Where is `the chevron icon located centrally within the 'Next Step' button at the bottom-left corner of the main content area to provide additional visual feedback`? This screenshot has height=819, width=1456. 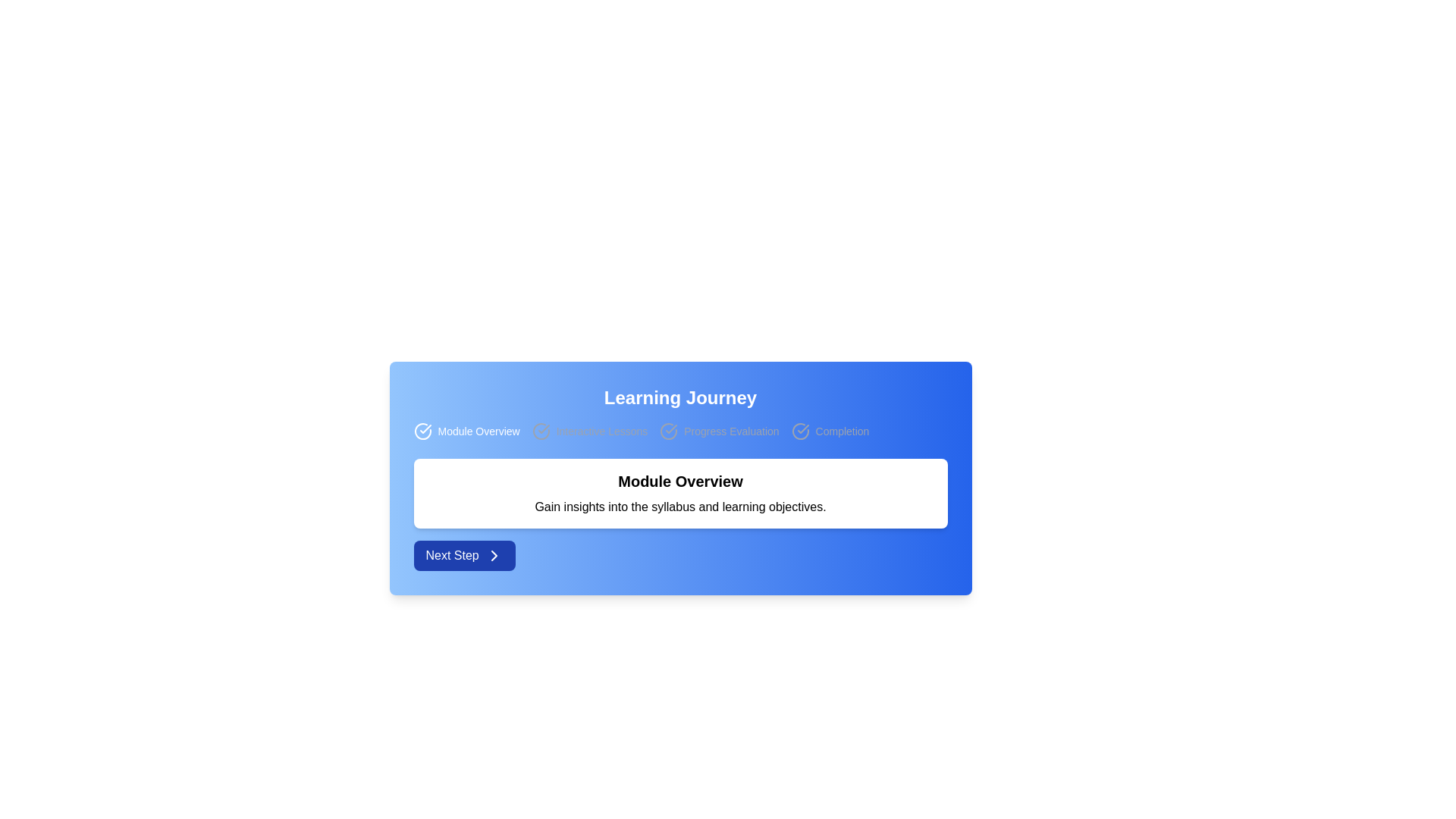
the chevron icon located centrally within the 'Next Step' button at the bottom-left corner of the main content area to provide additional visual feedback is located at coordinates (494, 555).